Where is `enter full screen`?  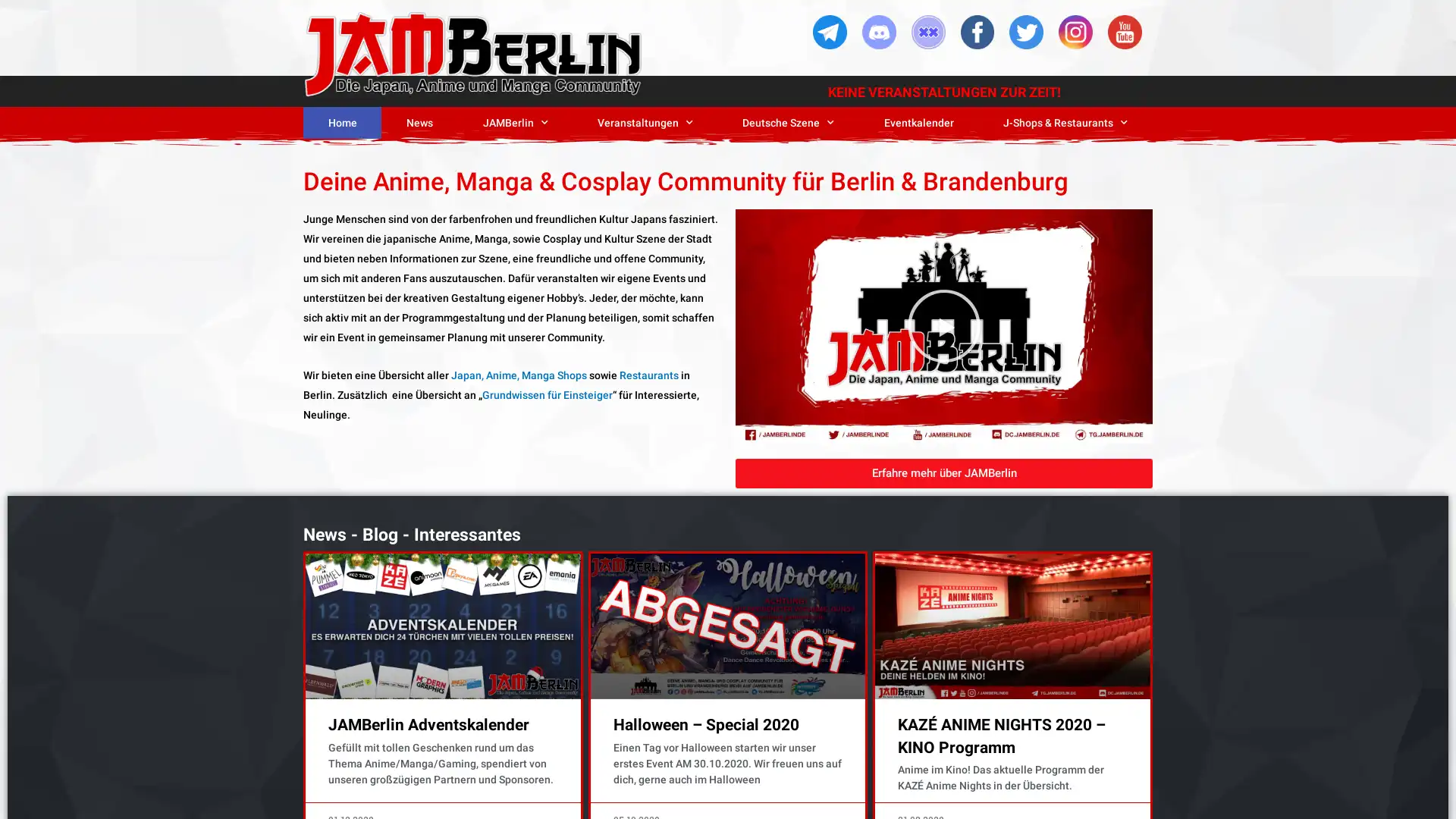
enter full screen is located at coordinates (1098, 379).